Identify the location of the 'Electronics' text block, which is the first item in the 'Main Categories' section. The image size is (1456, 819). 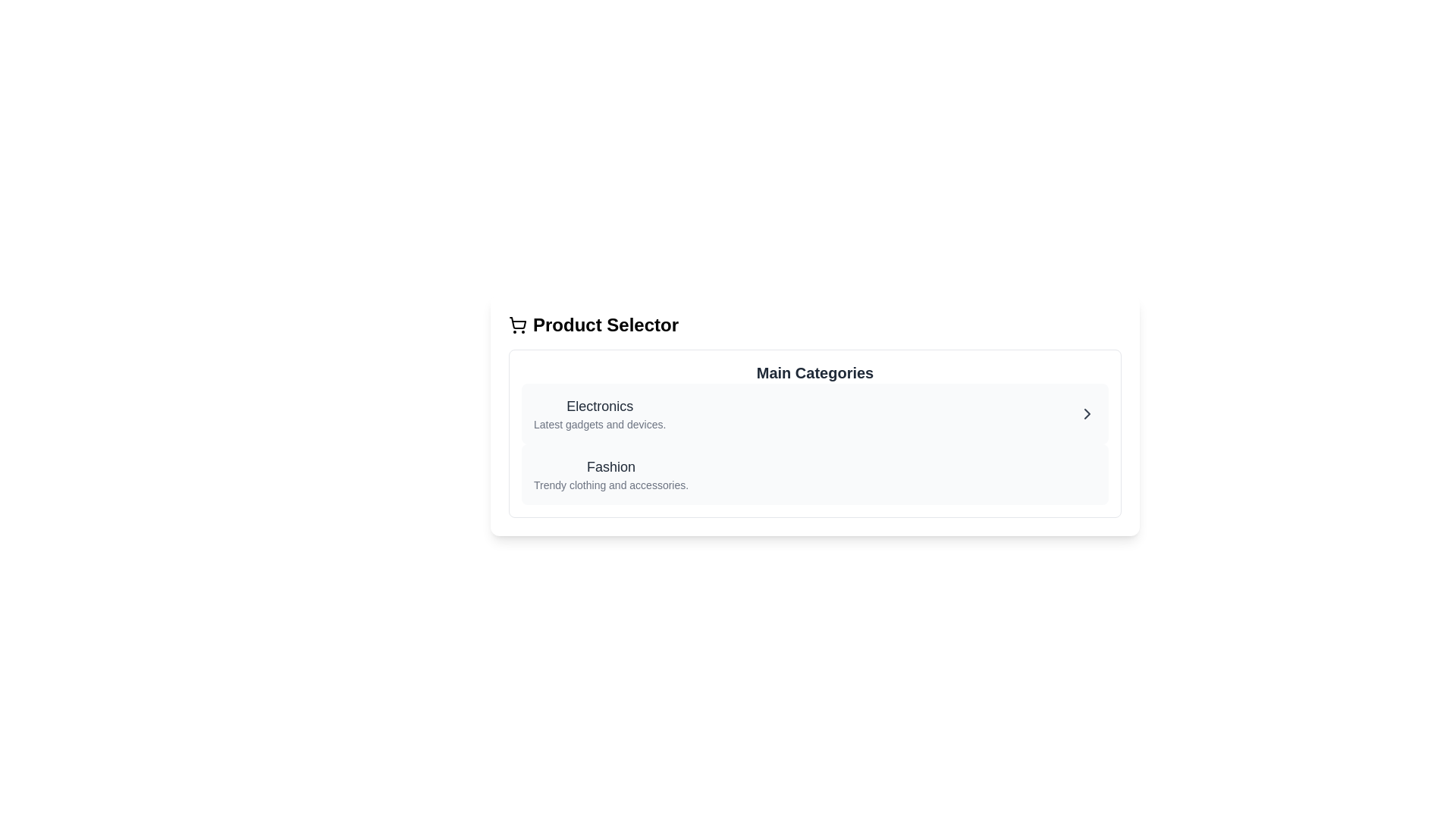
(599, 414).